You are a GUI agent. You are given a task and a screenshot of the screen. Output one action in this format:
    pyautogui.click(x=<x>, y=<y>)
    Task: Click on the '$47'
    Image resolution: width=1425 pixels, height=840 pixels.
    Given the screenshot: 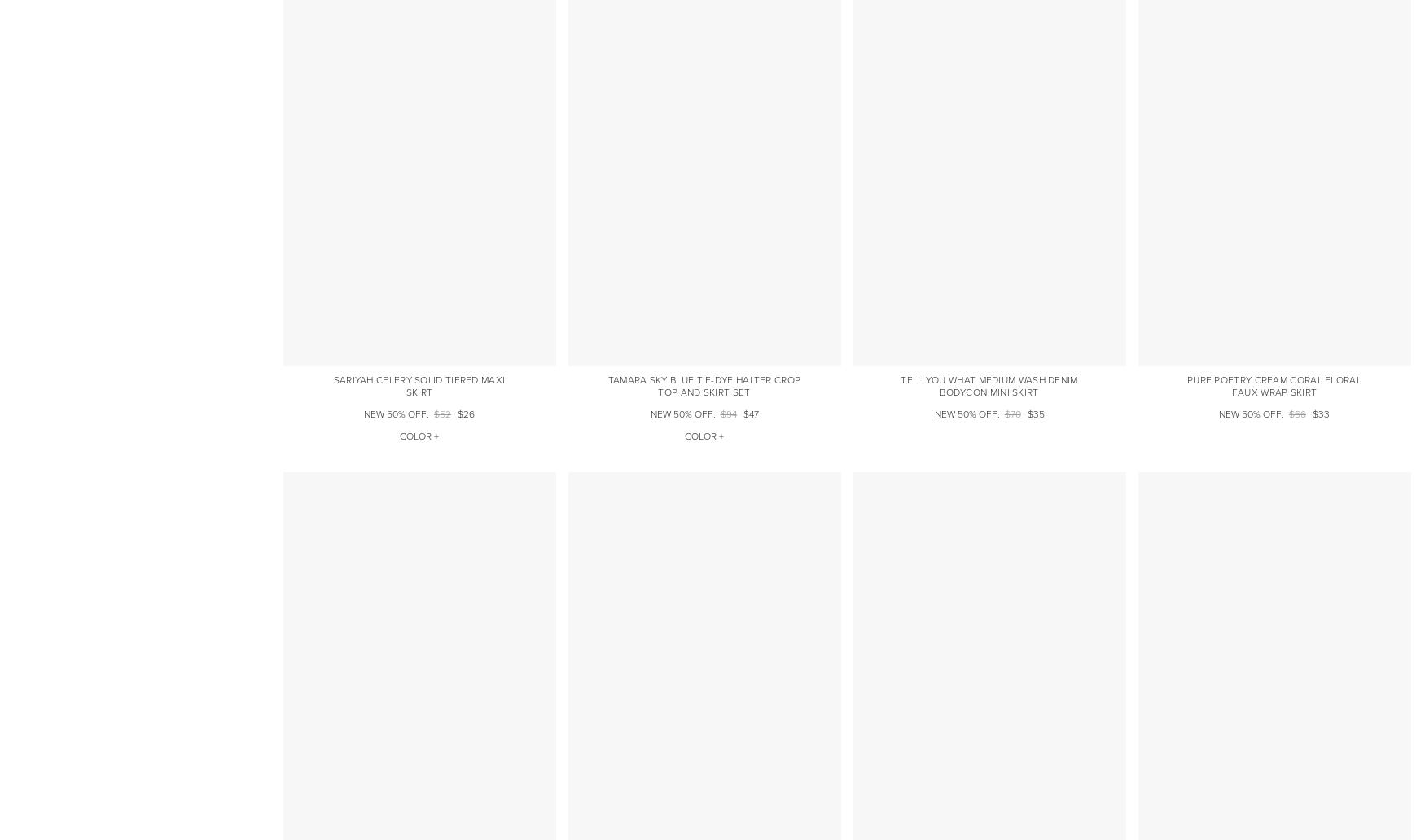 What is the action you would take?
    pyautogui.click(x=741, y=413)
    